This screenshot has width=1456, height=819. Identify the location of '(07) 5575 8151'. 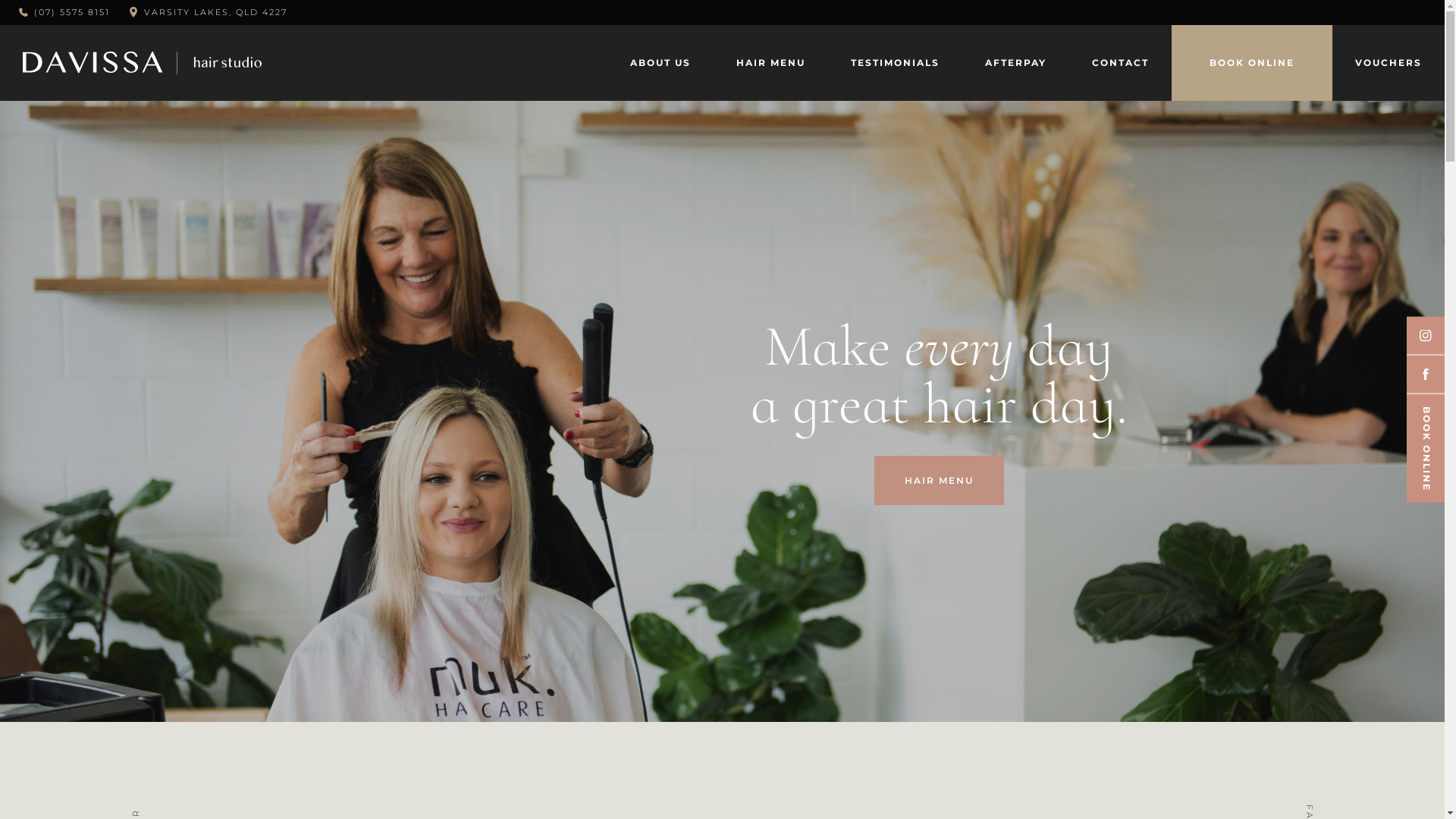
(64, 11).